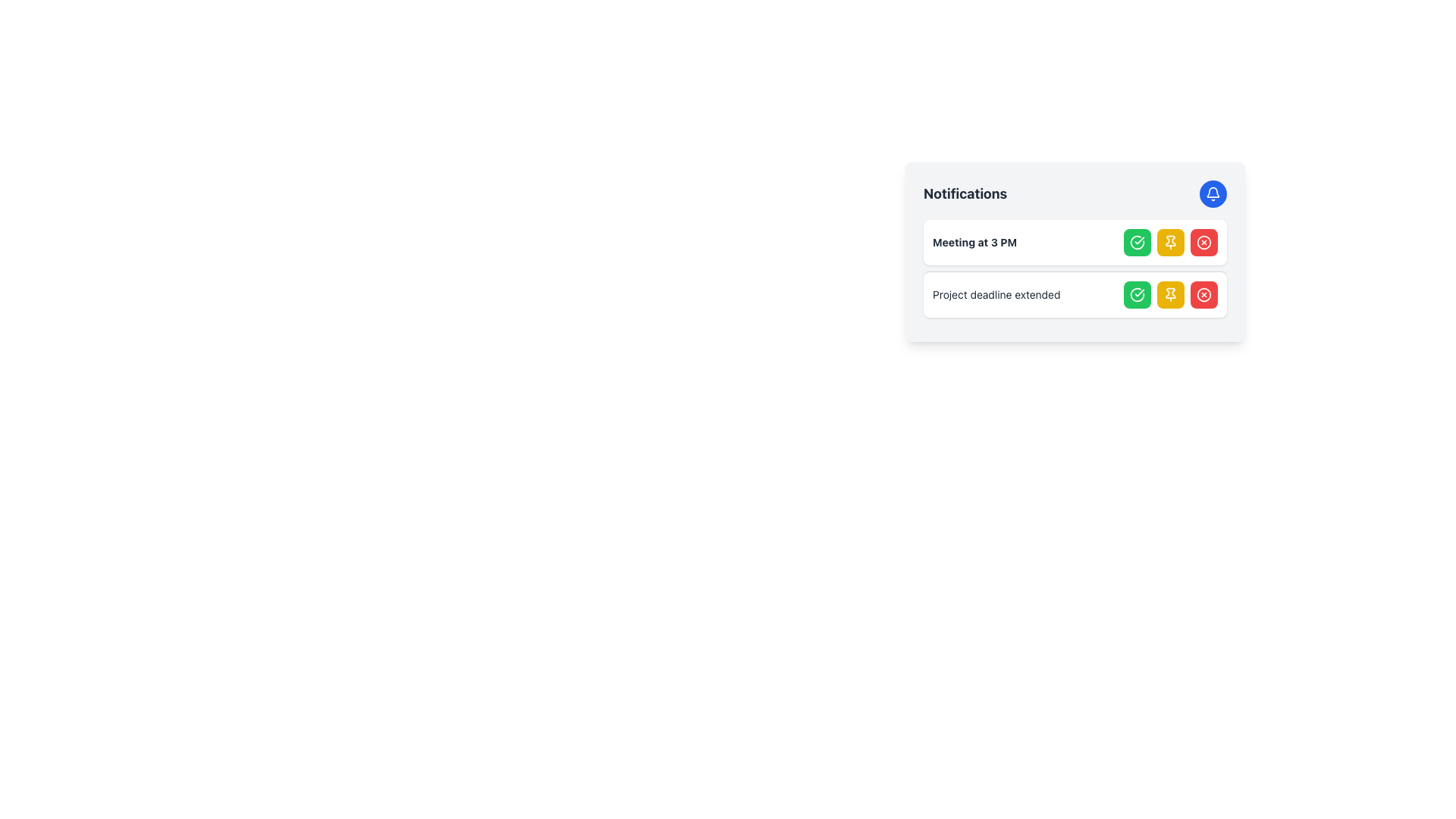 Image resolution: width=1456 pixels, height=819 pixels. Describe the element at coordinates (1203, 242) in the screenshot. I see `the red circular button with a white 'X' shape located in the notification section, adjacent to the text 'Project deadline extended'` at that location.